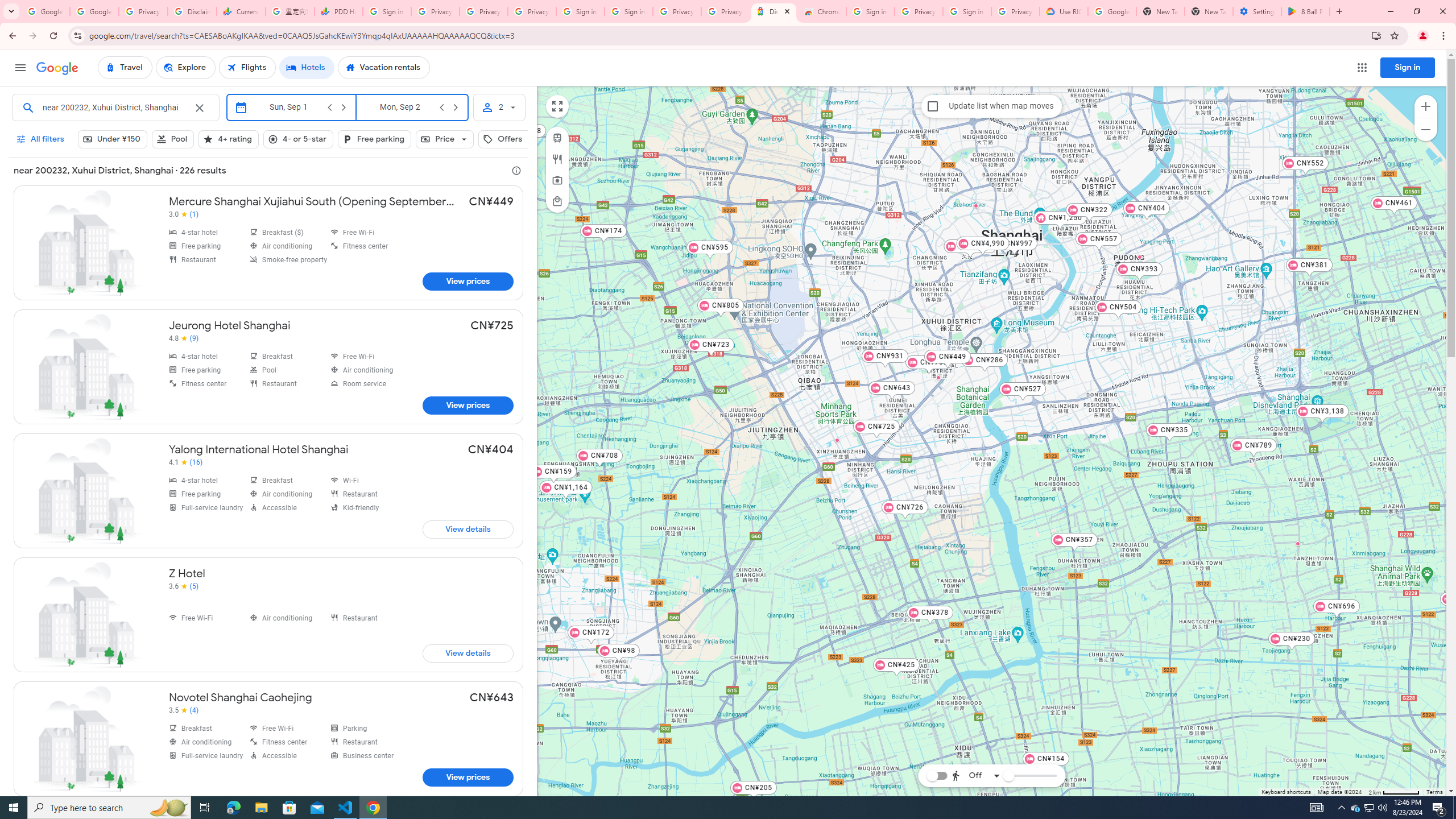  I want to click on 'Check-in', so click(287, 106).